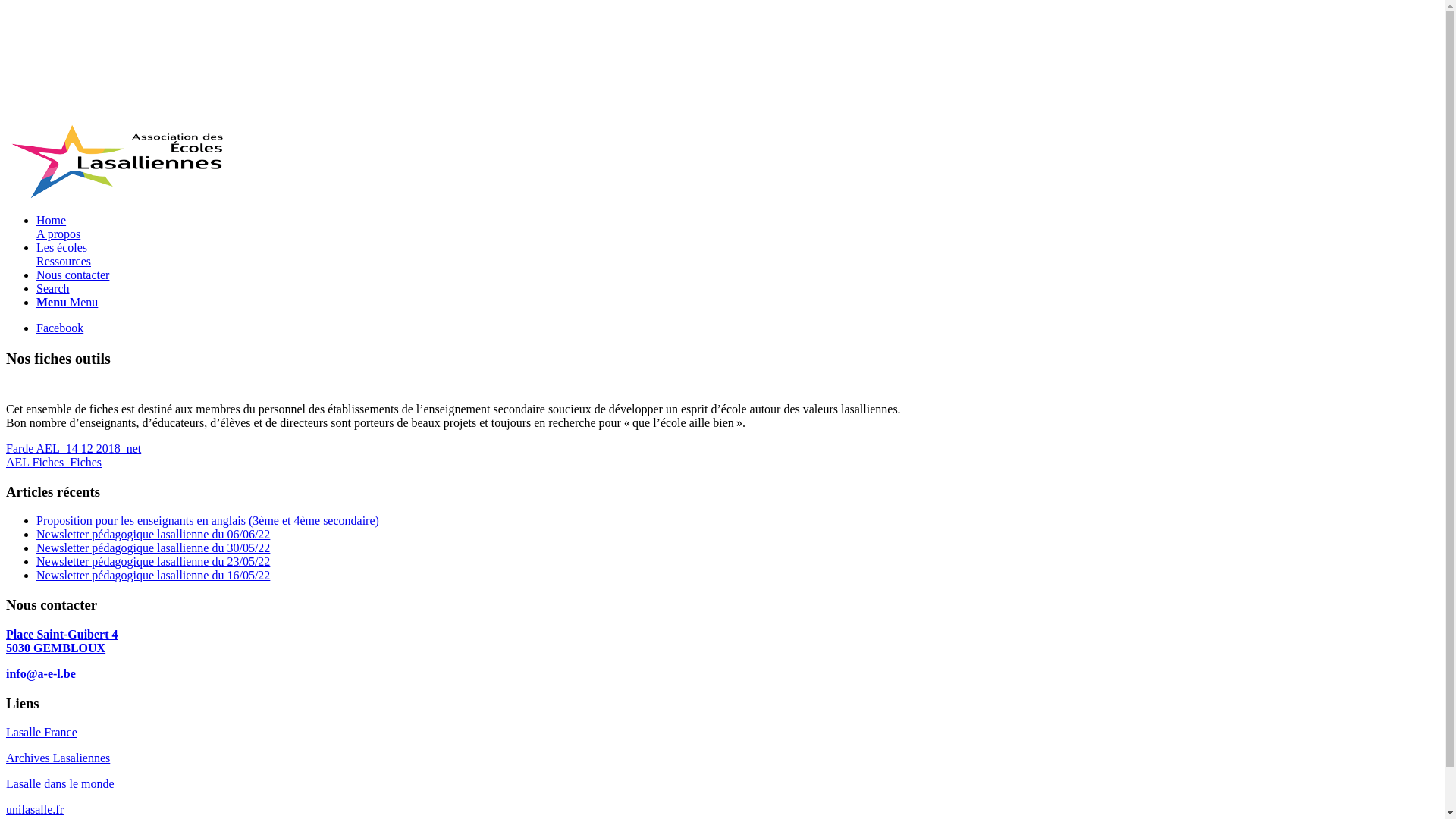  What do you see at coordinates (40, 673) in the screenshot?
I see `'info@a-e-l.be'` at bounding box center [40, 673].